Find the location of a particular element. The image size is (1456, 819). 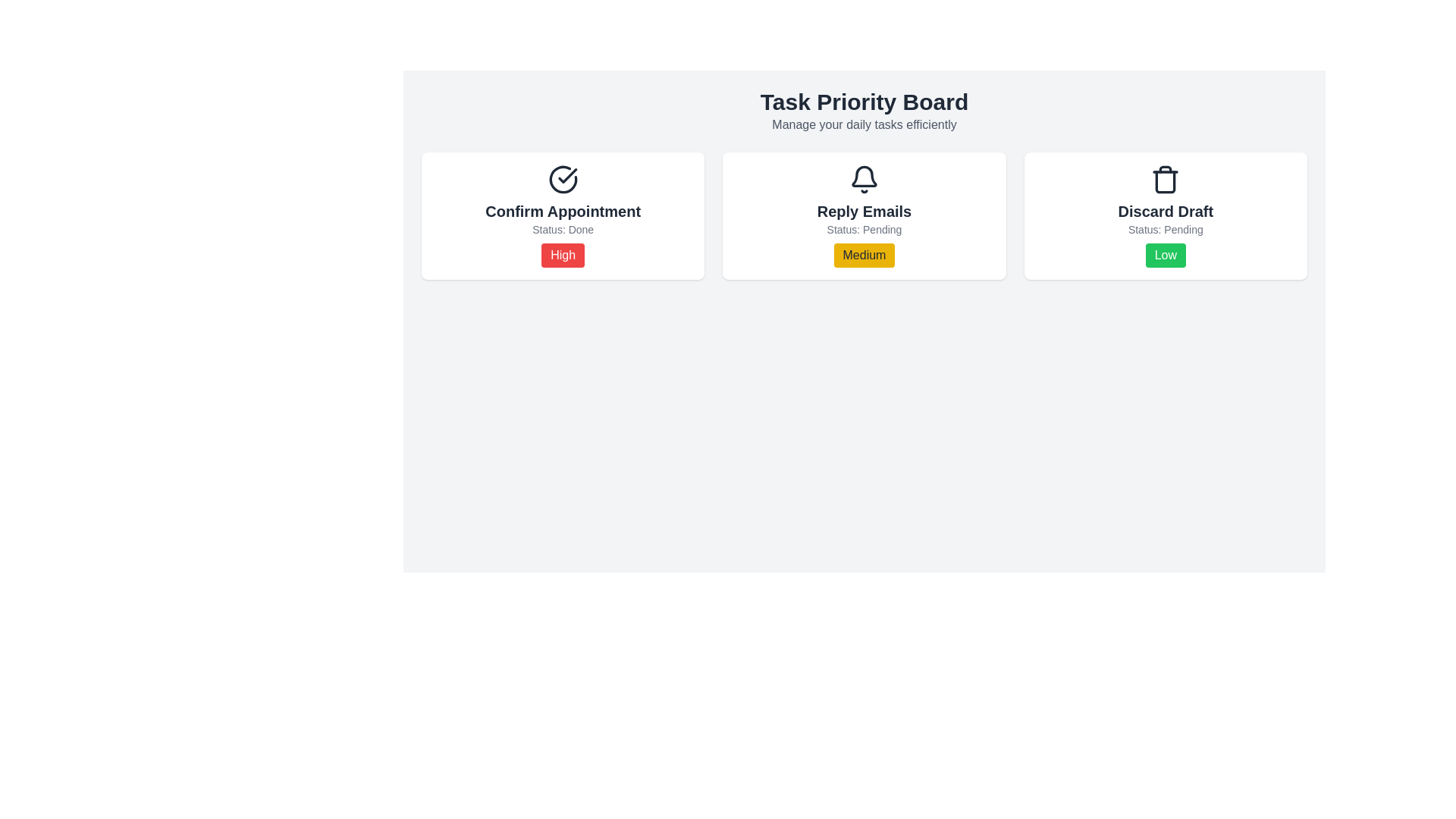

the text label that displays 'Status: Done', which is located below the title 'Confirm Appointment' and above the red badge labeled 'High' is located at coordinates (562, 230).